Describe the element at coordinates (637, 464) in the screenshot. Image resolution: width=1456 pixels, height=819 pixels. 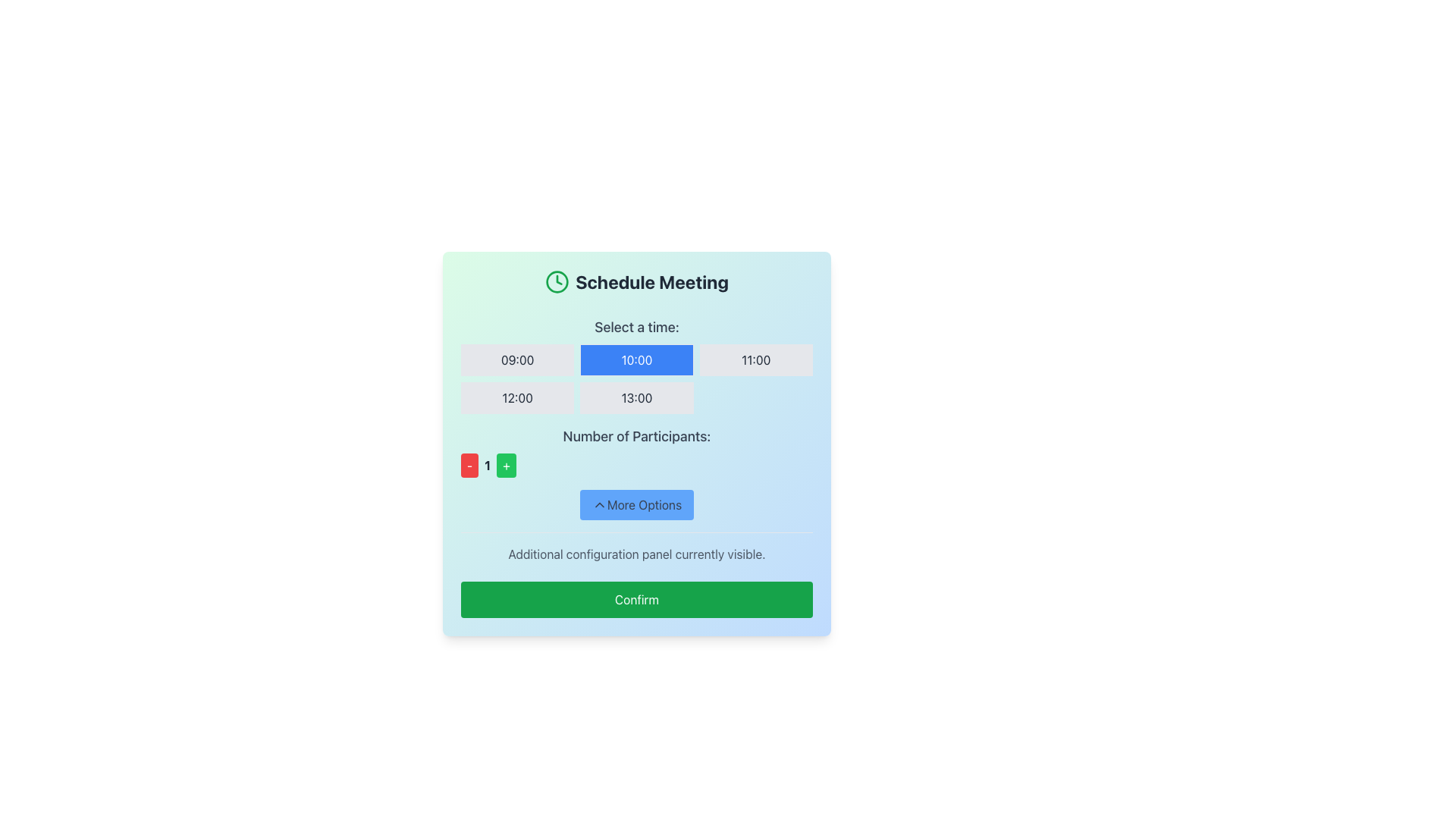
I see `the red button labeled '-' in the Counter Control to decrease the count` at that location.